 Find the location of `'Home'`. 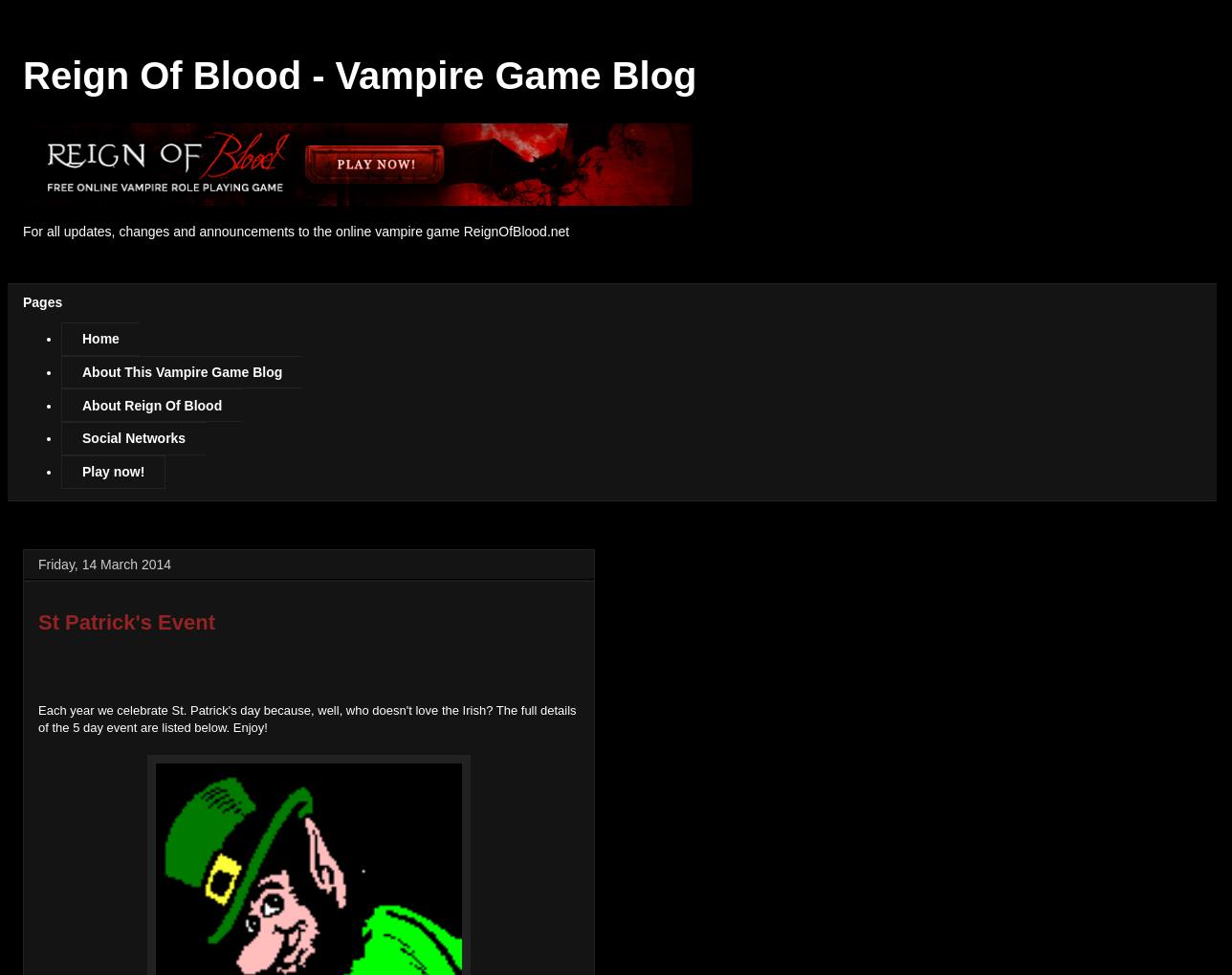

'Home' is located at coordinates (99, 339).